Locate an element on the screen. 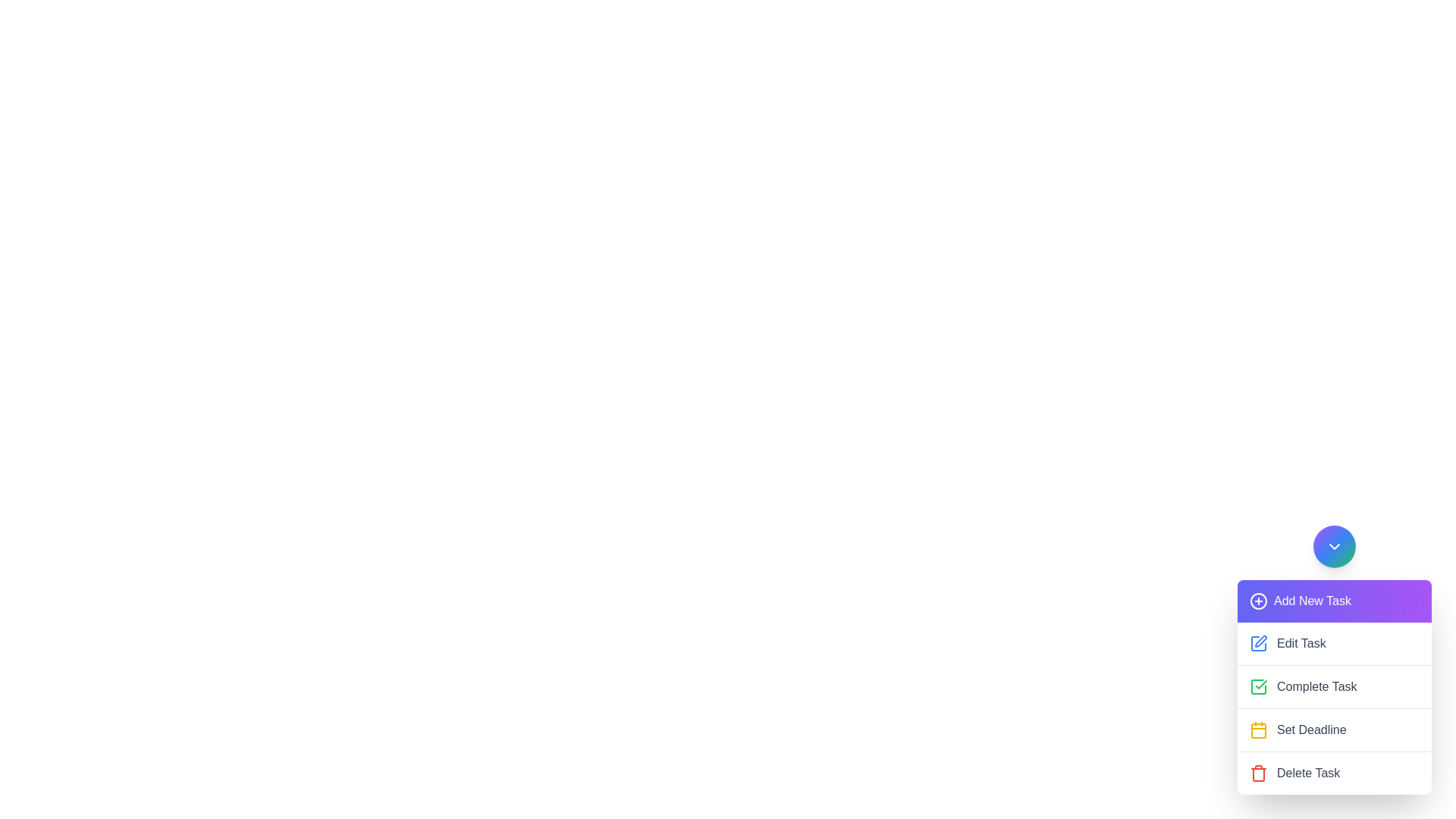 Image resolution: width=1456 pixels, height=819 pixels. the circular button with a gradient background and a white downward-facing arrow icon is located at coordinates (1335, 547).